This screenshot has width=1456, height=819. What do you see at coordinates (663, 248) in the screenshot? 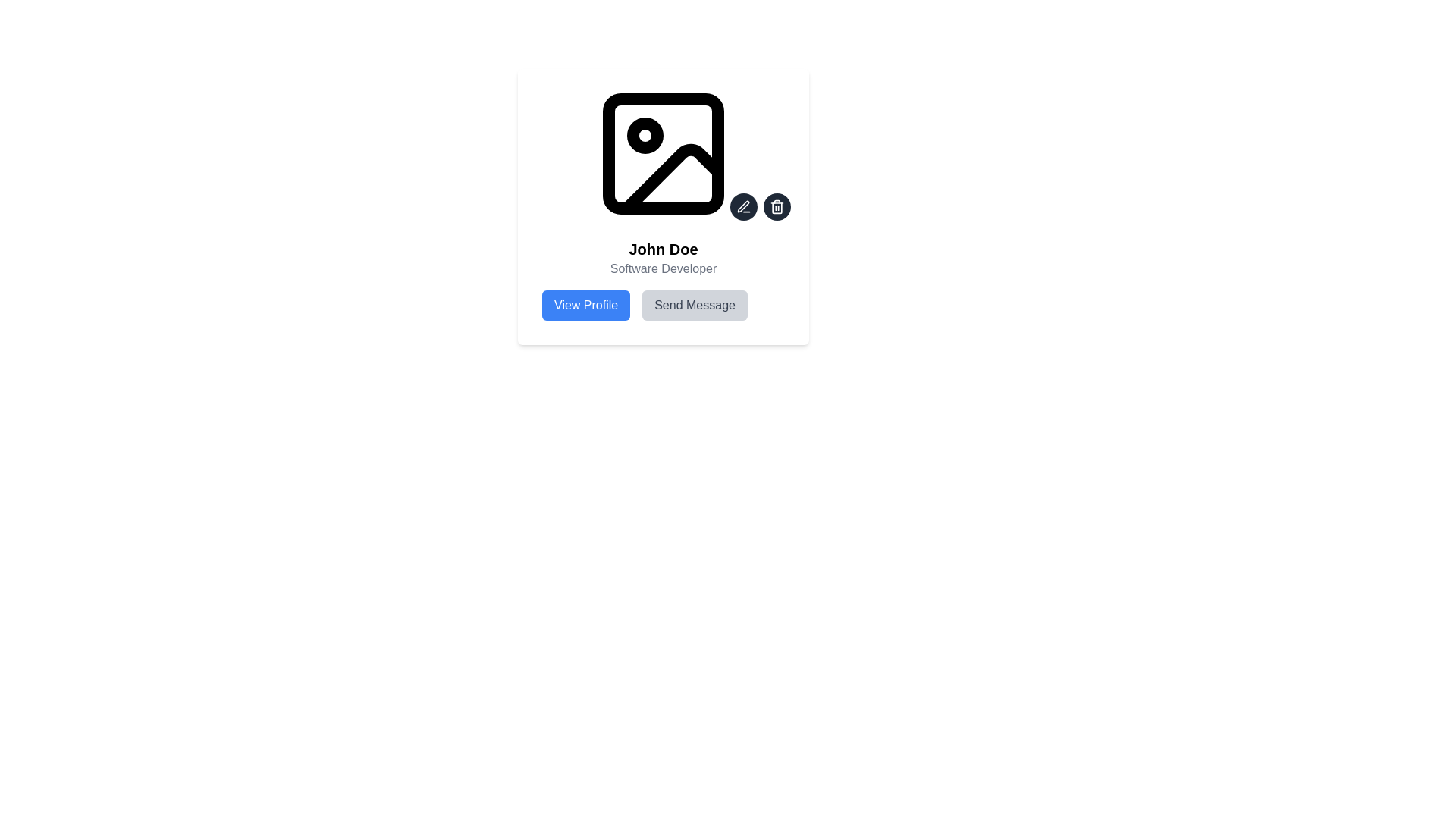
I see `the Text Label that displays the name of the profile owner, located centrally above the 'Software Developer' text` at bounding box center [663, 248].